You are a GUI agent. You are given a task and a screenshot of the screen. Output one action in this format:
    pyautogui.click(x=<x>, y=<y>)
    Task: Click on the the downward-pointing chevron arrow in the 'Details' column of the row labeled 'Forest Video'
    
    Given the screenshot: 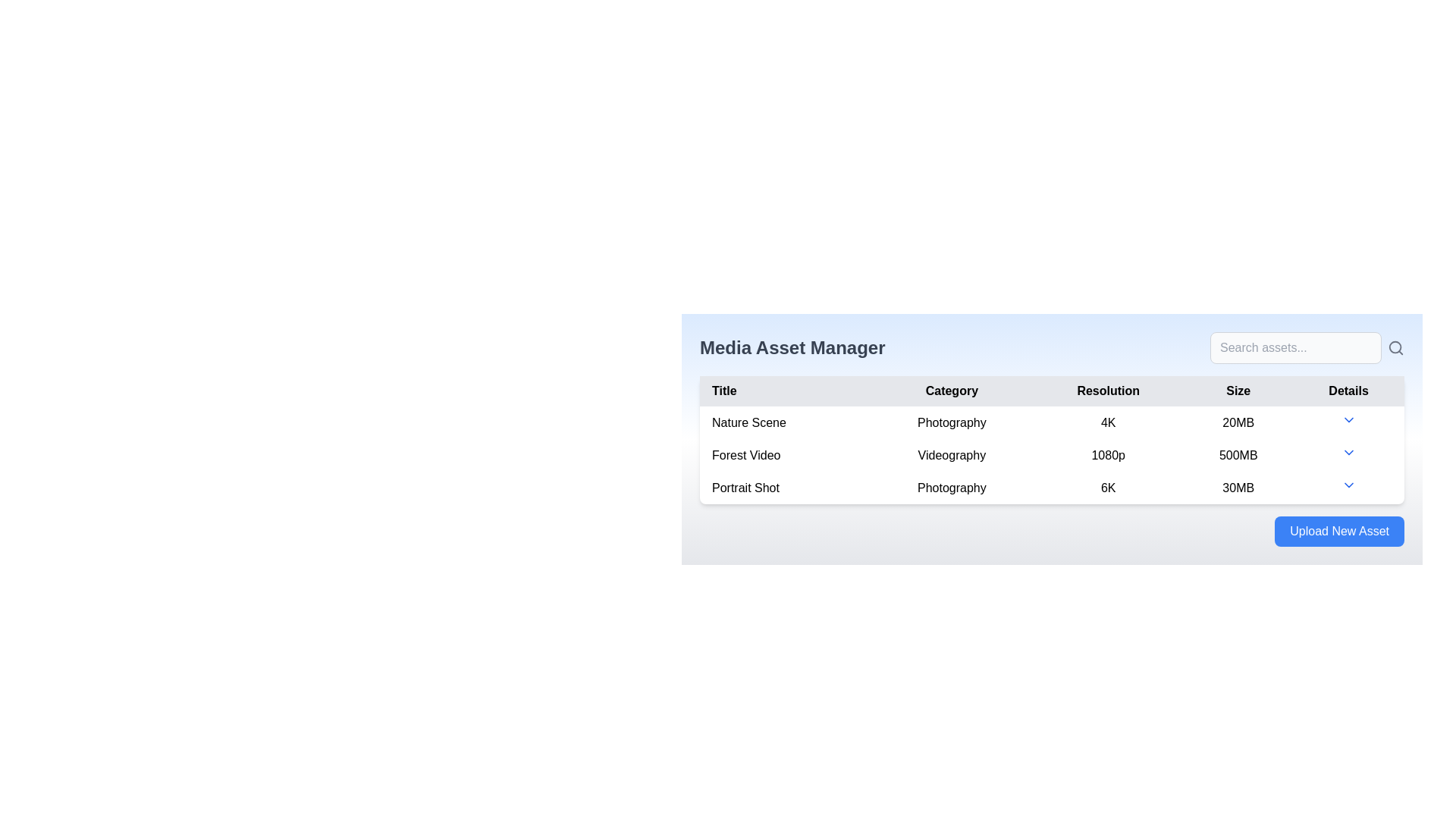 What is the action you would take?
    pyautogui.click(x=1348, y=454)
    